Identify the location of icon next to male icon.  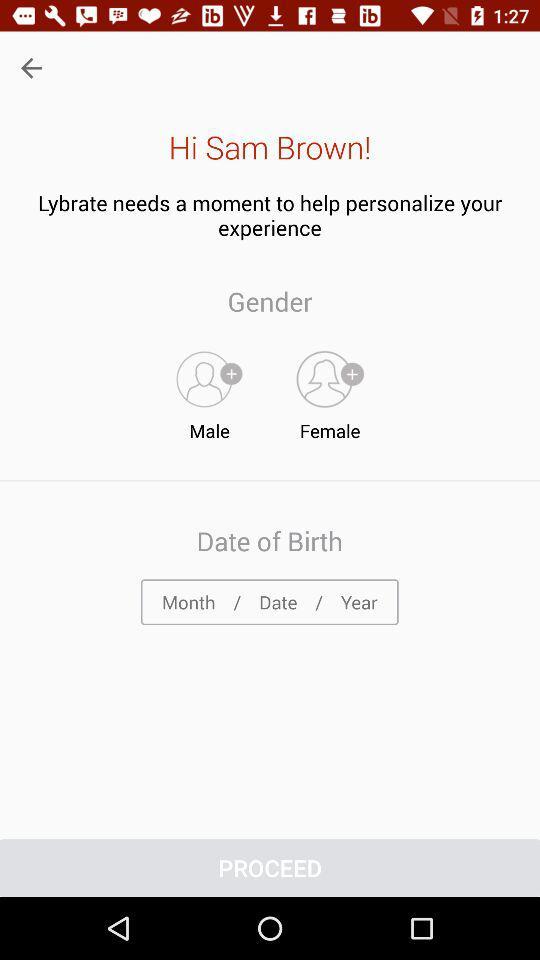
(330, 390).